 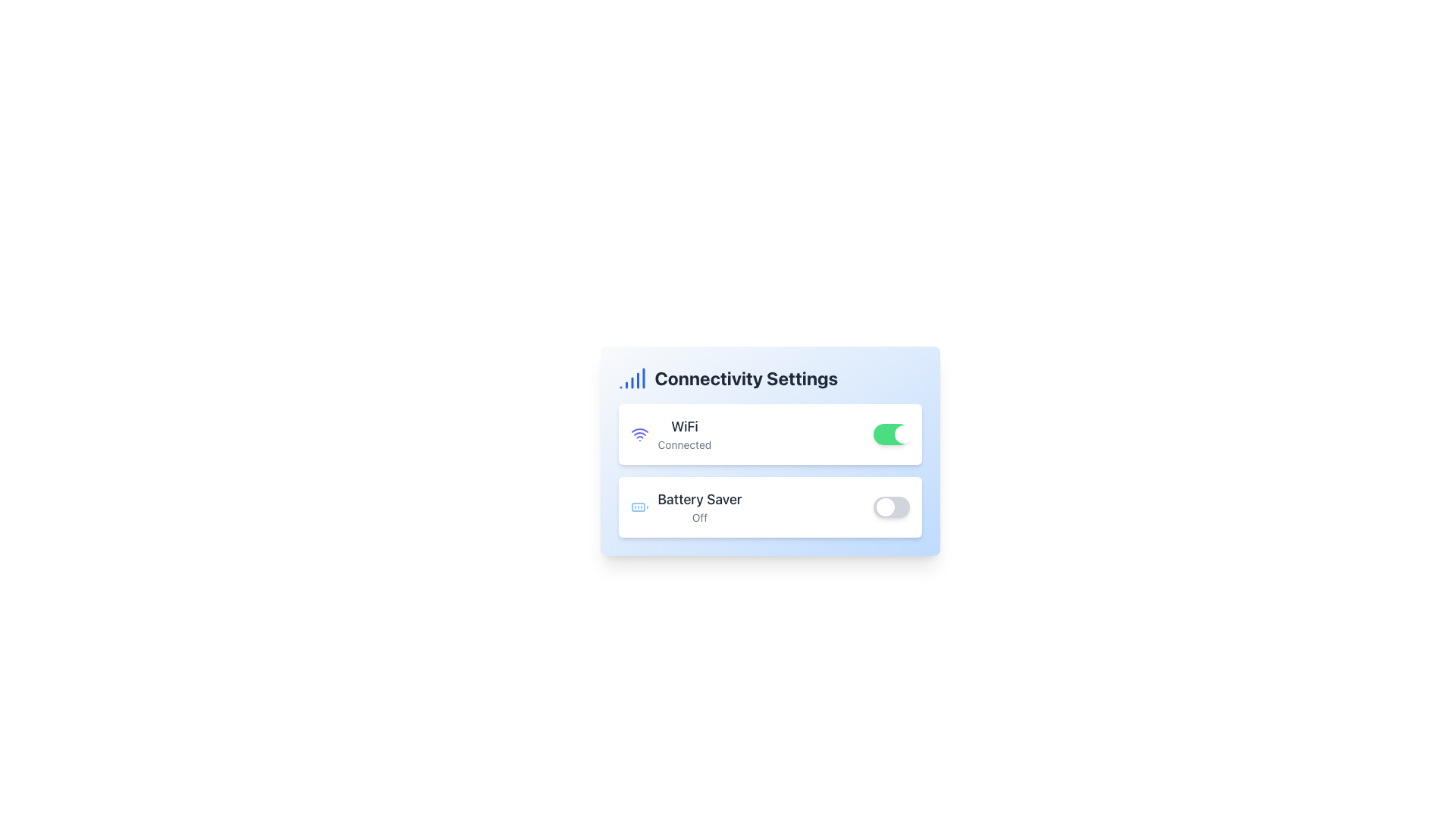 What do you see at coordinates (698, 507) in the screenshot?
I see `the 'Battery Saver' informational text element, which consists of the bold text 'Battery Saver' above the lighter text 'Off', located in the second row under 'Connectivity Settings'` at bounding box center [698, 507].